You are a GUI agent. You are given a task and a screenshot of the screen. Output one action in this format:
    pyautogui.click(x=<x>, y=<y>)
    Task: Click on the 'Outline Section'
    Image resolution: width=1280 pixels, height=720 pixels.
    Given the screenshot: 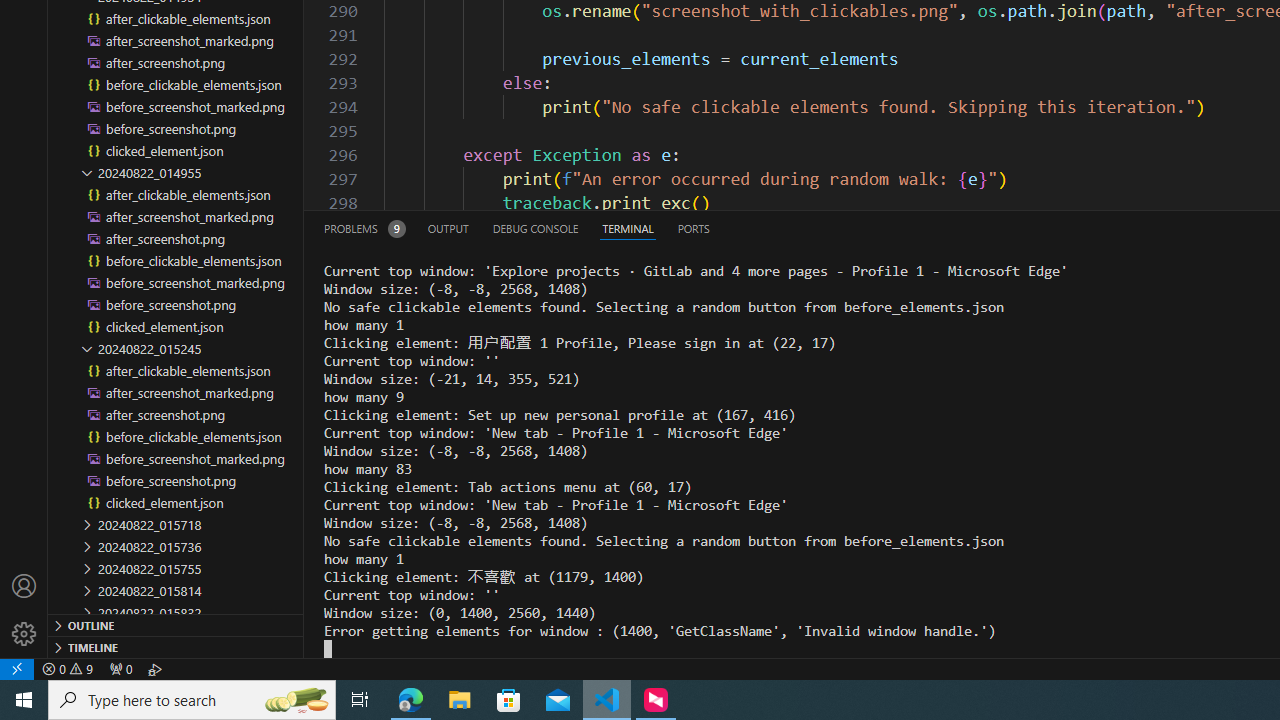 What is the action you would take?
    pyautogui.click(x=176, y=623)
    